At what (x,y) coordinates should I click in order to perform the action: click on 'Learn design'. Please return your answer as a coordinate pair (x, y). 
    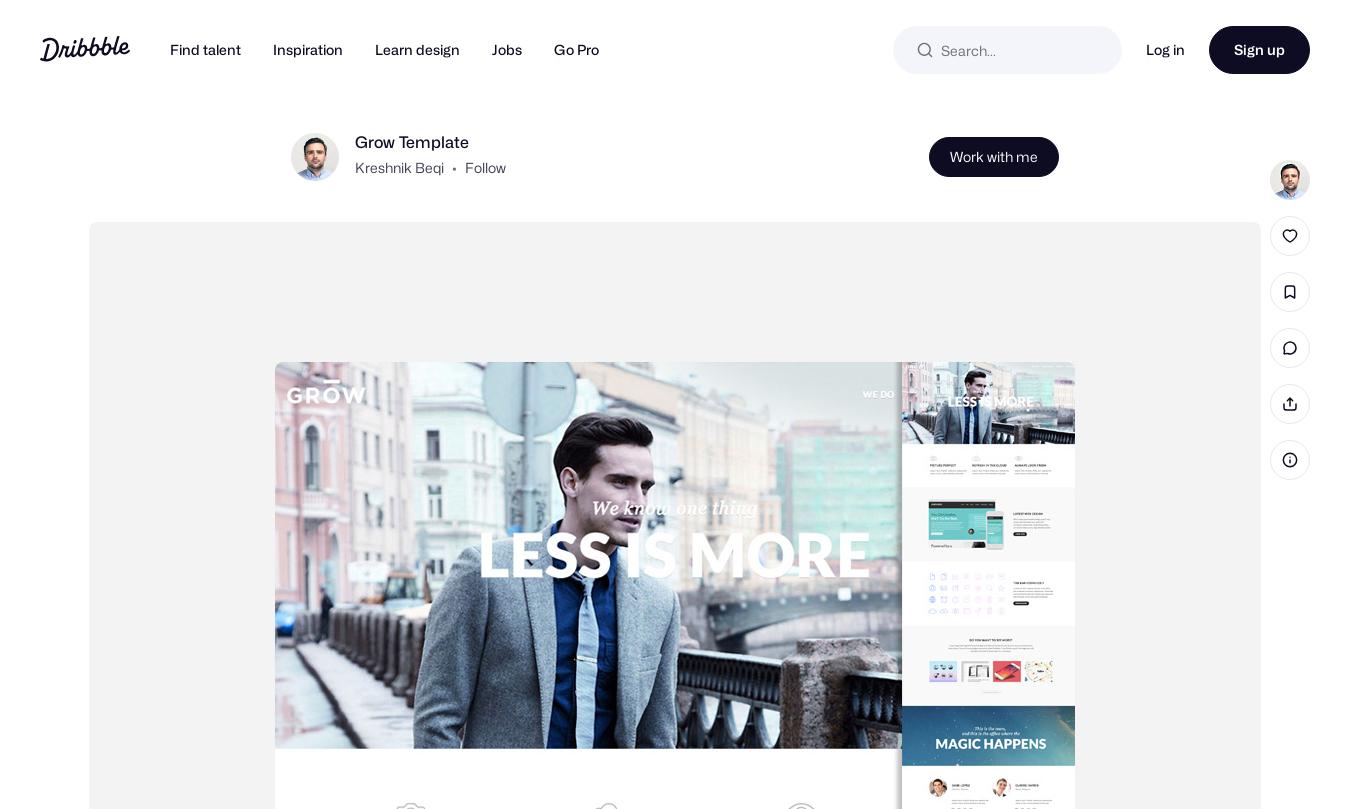
    Looking at the image, I should click on (417, 49).